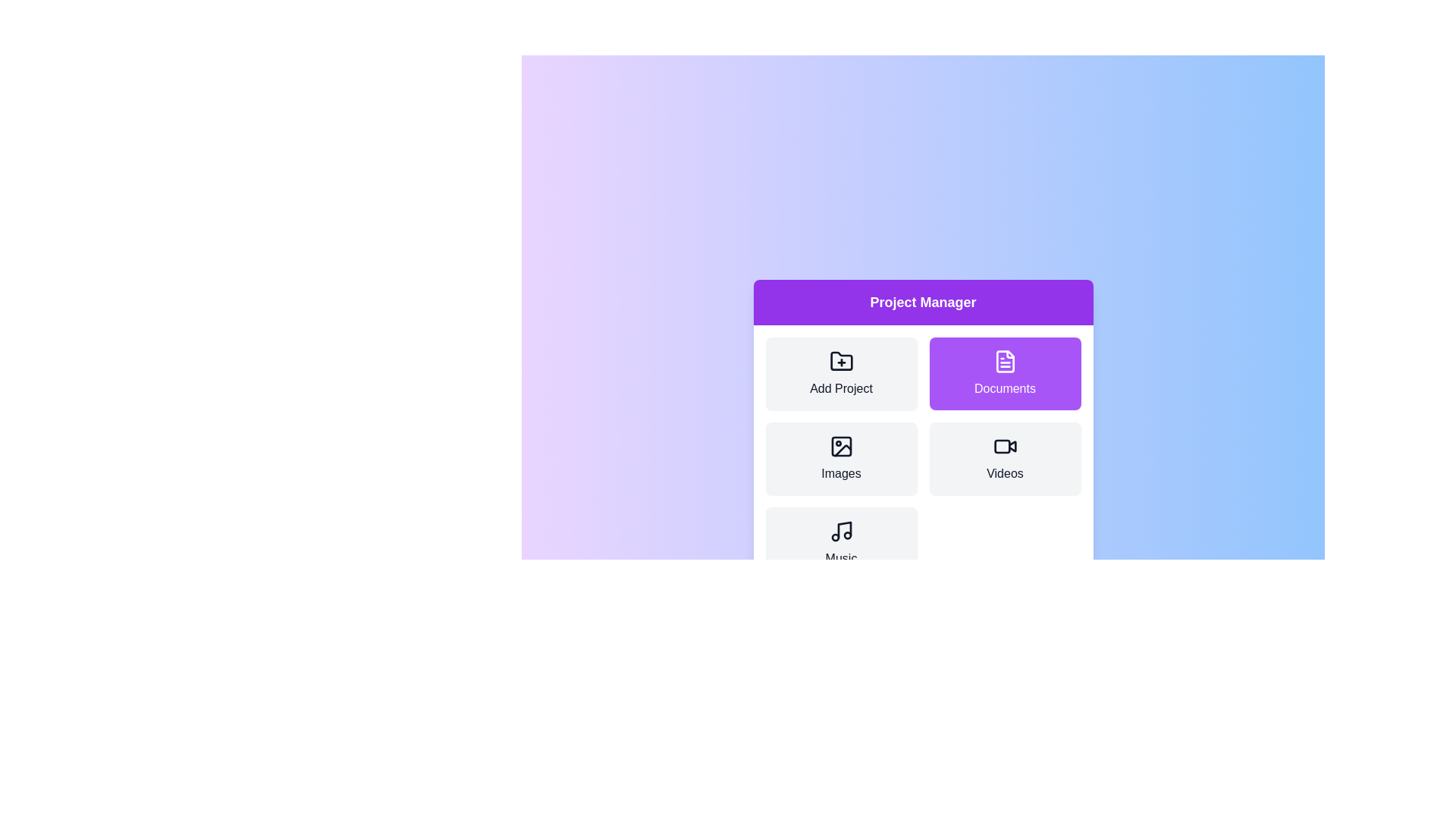 Image resolution: width=1456 pixels, height=819 pixels. I want to click on the category labeled Documents to select it, so click(1005, 374).